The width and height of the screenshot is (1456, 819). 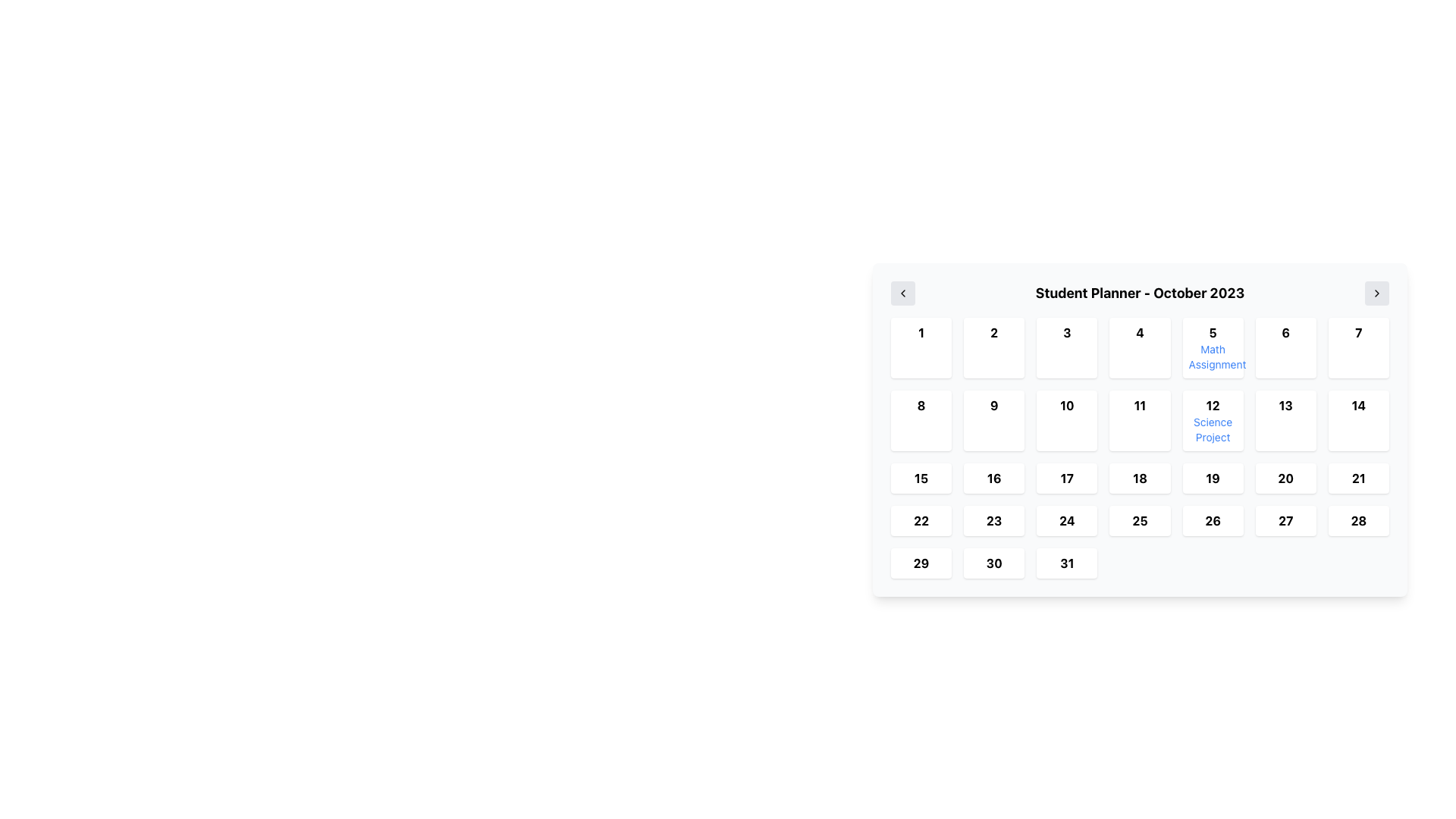 I want to click on the date cell displaying '16', so click(x=994, y=479).